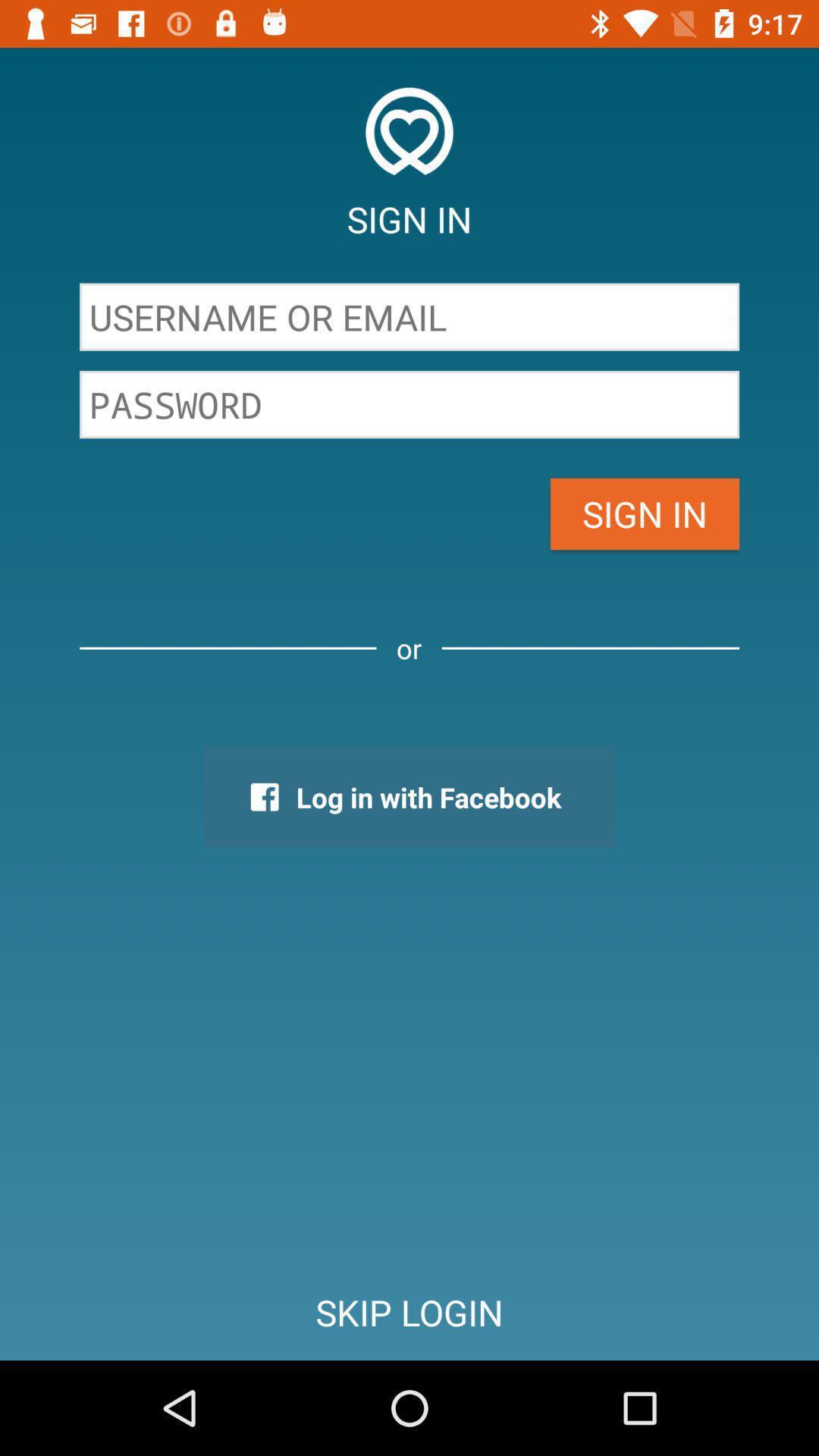 The height and width of the screenshot is (1456, 819). What do you see at coordinates (409, 316) in the screenshot?
I see `item below sign in` at bounding box center [409, 316].